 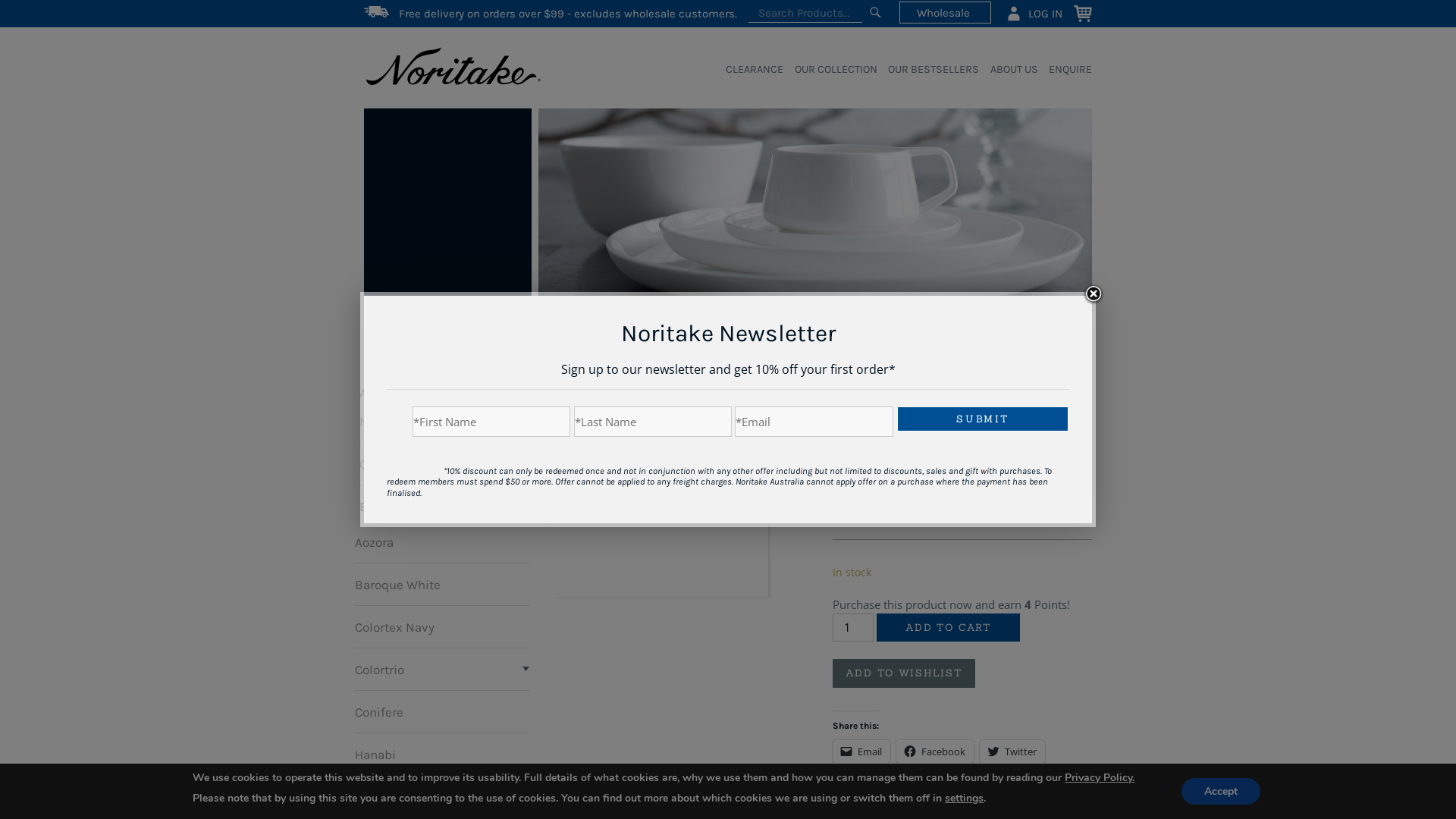 I want to click on 'Colortrio', so click(x=379, y=668).